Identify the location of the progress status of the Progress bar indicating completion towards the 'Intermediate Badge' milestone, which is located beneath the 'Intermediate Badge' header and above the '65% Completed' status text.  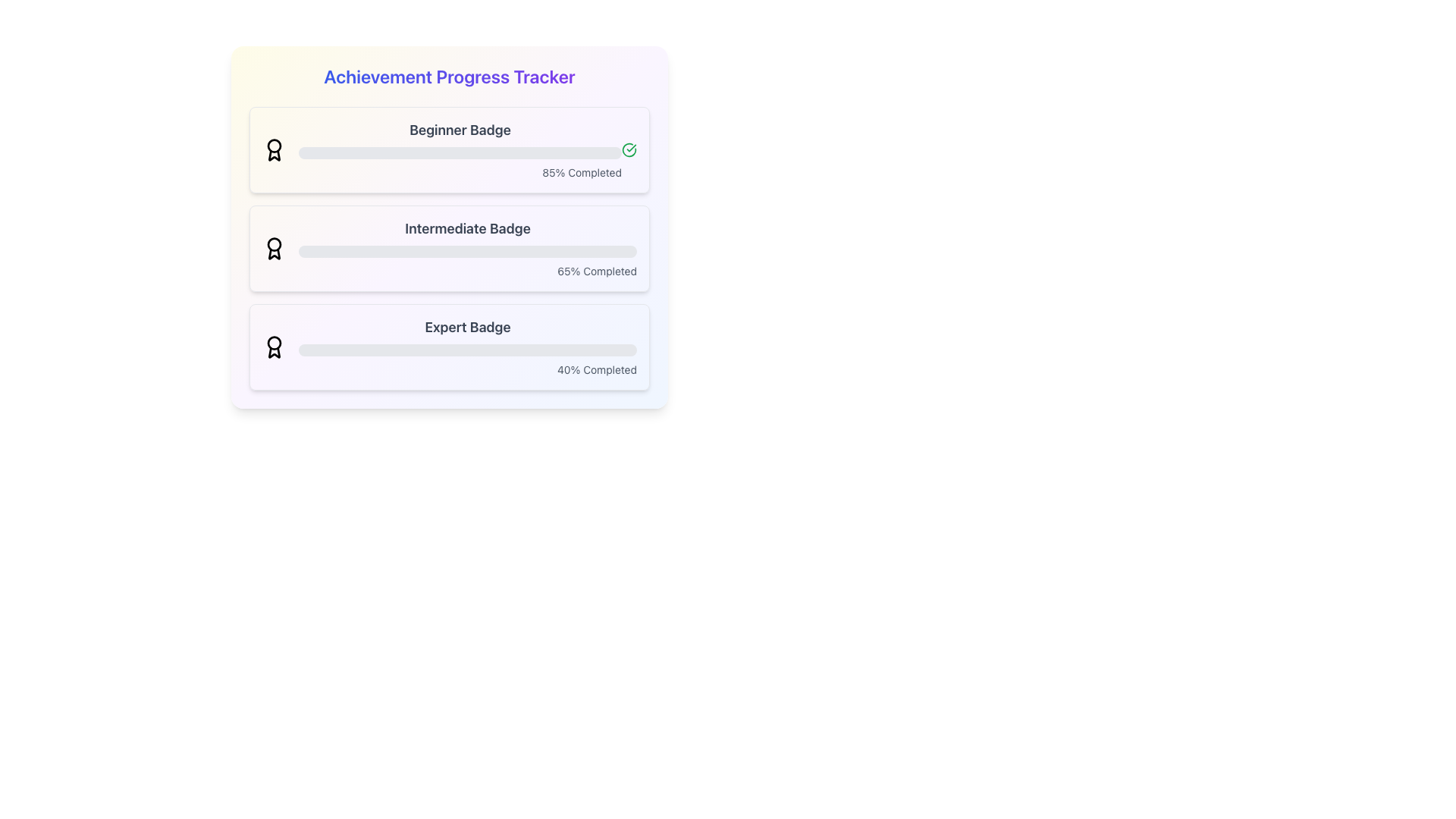
(467, 250).